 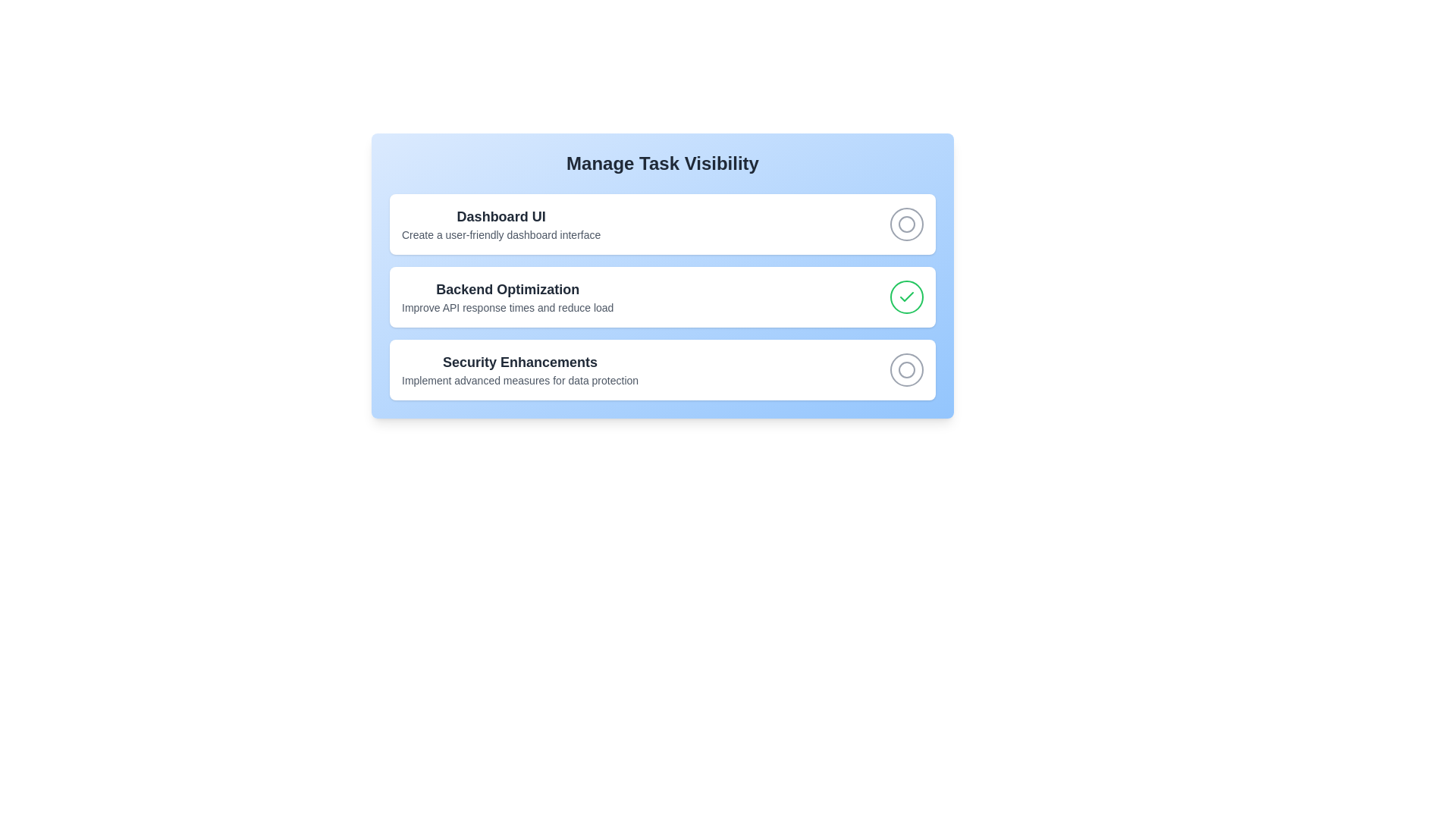 I want to click on descriptive subtitle text located beneath the 'Dashboard UI' title in the Dashboard UI section, so click(x=501, y=234).